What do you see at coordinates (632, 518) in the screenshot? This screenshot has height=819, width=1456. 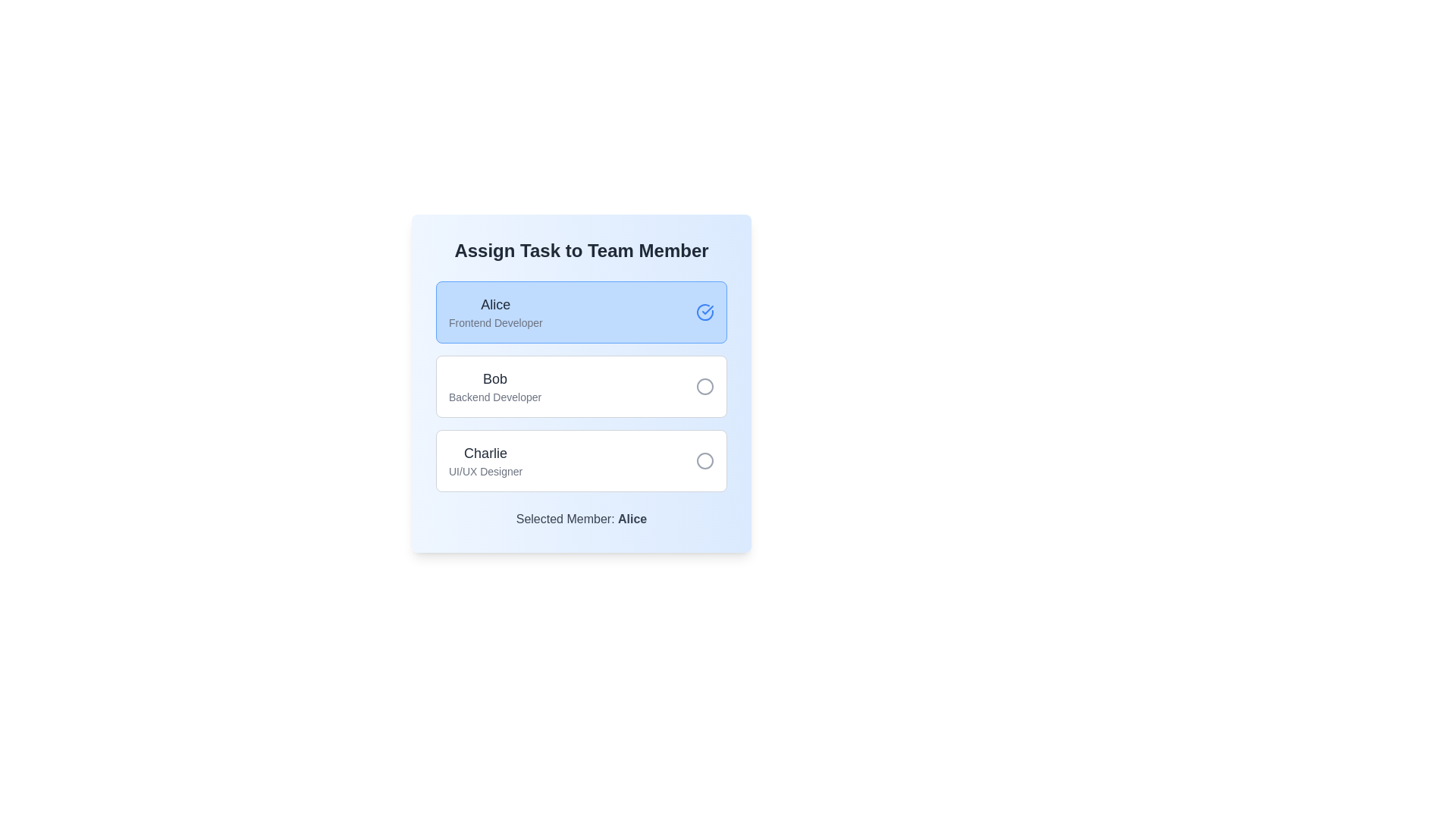 I see `the text label indicating the currently selected member, which displays 'Selected Member: Alice', located towards the lower part of the interface` at bounding box center [632, 518].